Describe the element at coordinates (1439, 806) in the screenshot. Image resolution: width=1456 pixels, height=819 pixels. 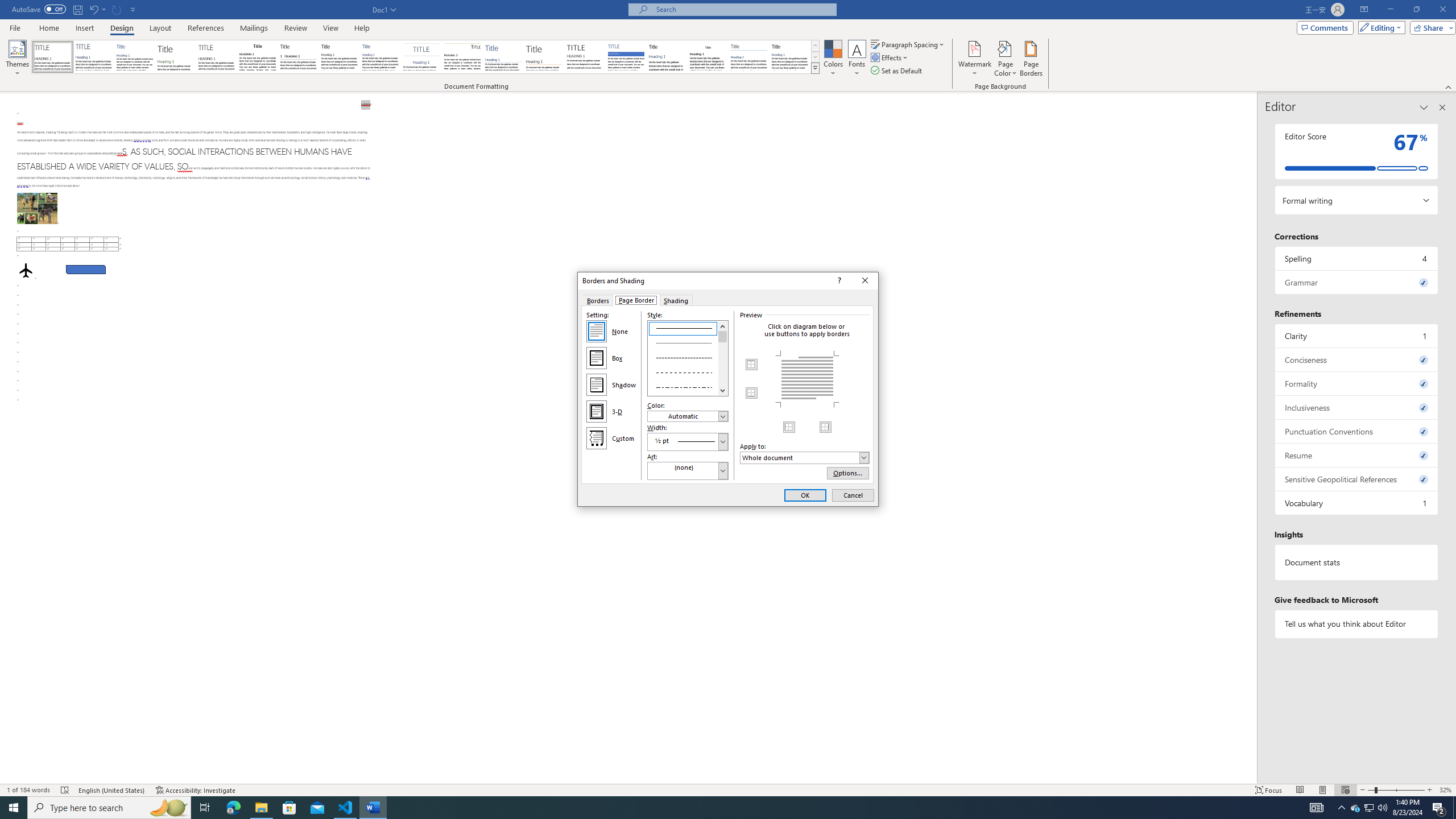
I see `'Action Center, 2 new notifications'` at that location.